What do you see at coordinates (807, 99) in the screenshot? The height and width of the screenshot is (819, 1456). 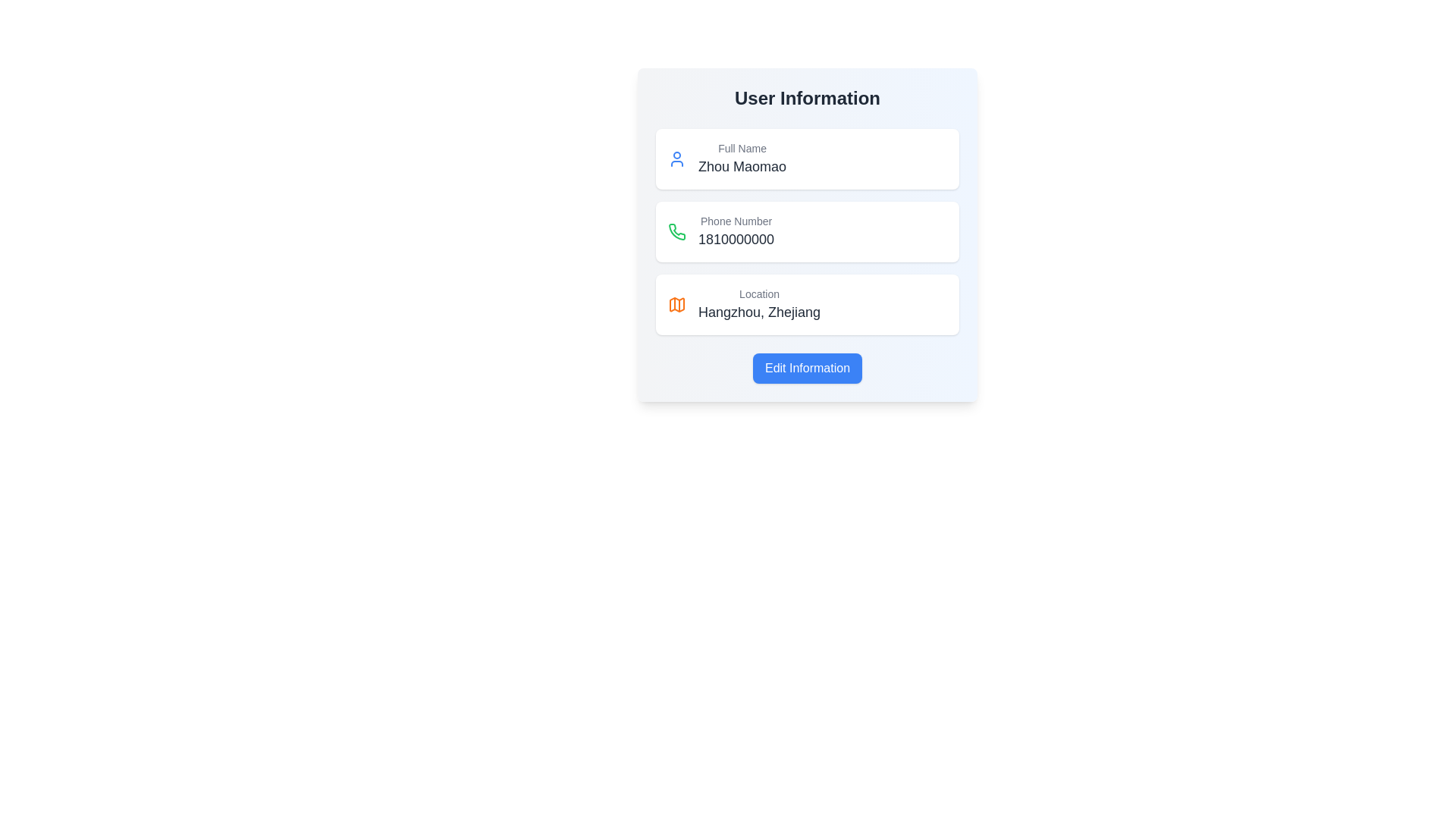 I see `the prominently styled header with the text 'User Information', which is centered at the top of the user details card` at bounding box center [807, 99].